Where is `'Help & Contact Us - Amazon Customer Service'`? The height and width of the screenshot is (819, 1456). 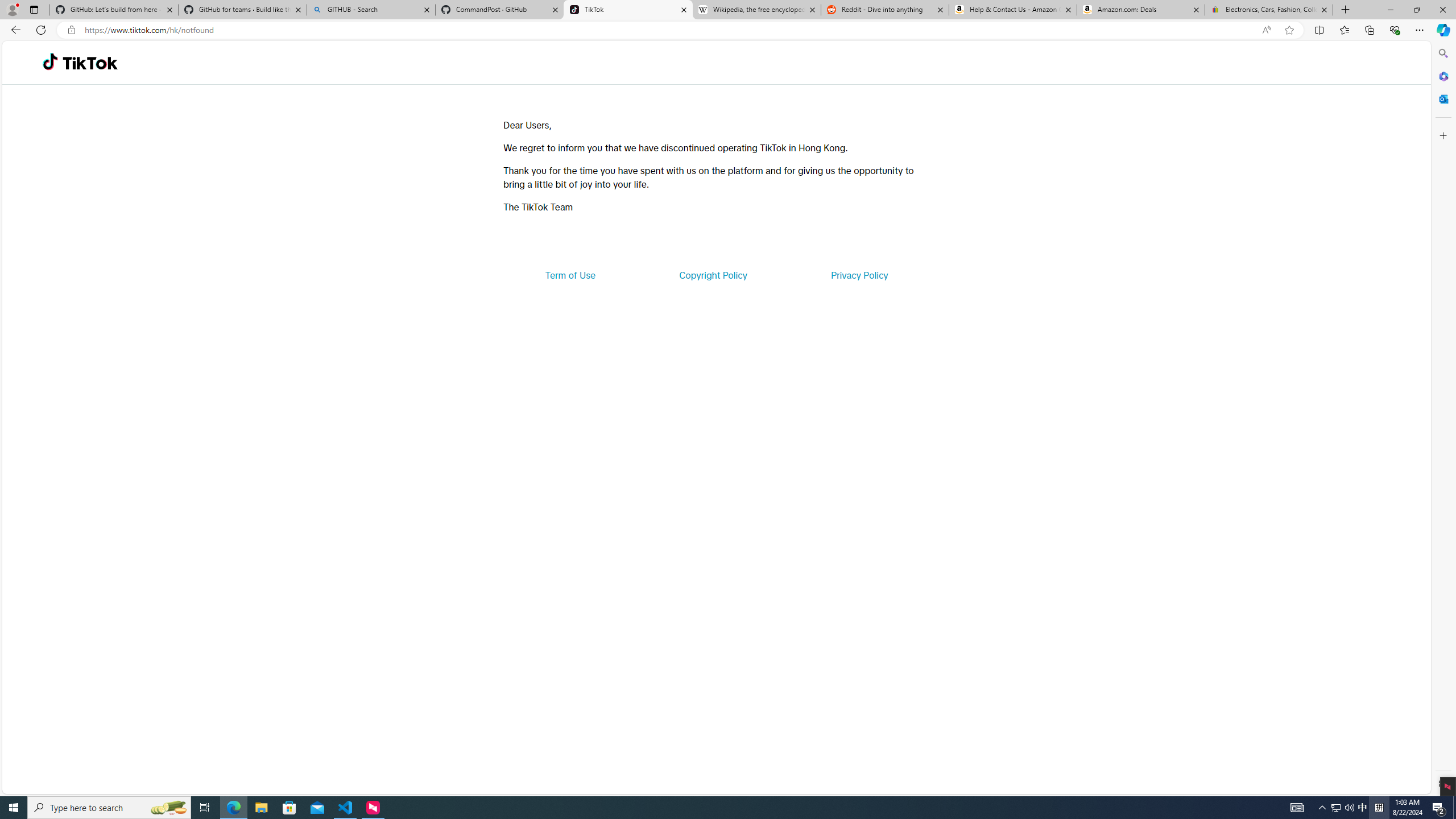
'Help & Contact Us - Amazon Customer Service' is located at coordinates (1012, 9).